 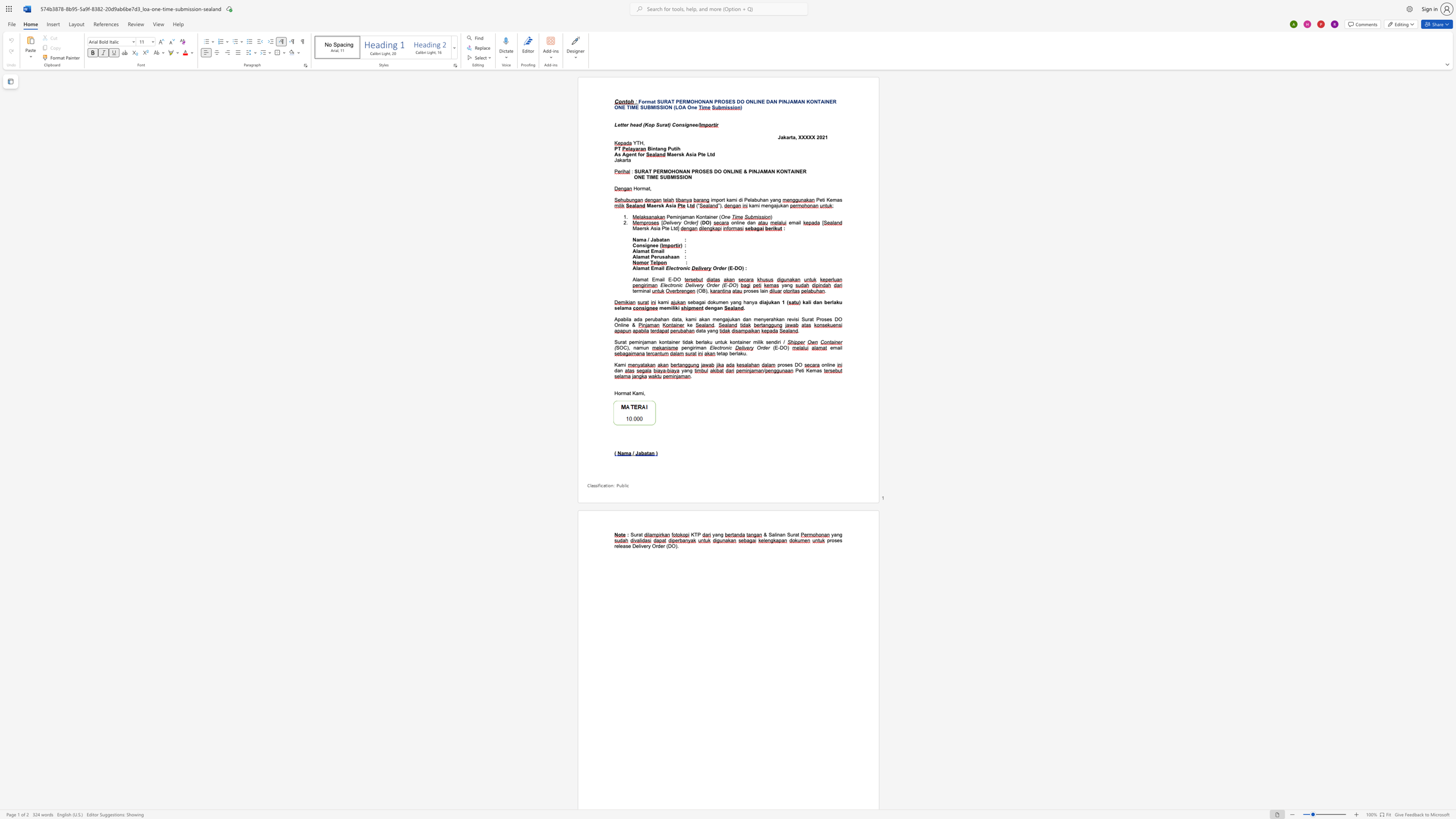 I want to click on the subset text "lectronic" within the text "Electronic", so click(x=669, y=268).